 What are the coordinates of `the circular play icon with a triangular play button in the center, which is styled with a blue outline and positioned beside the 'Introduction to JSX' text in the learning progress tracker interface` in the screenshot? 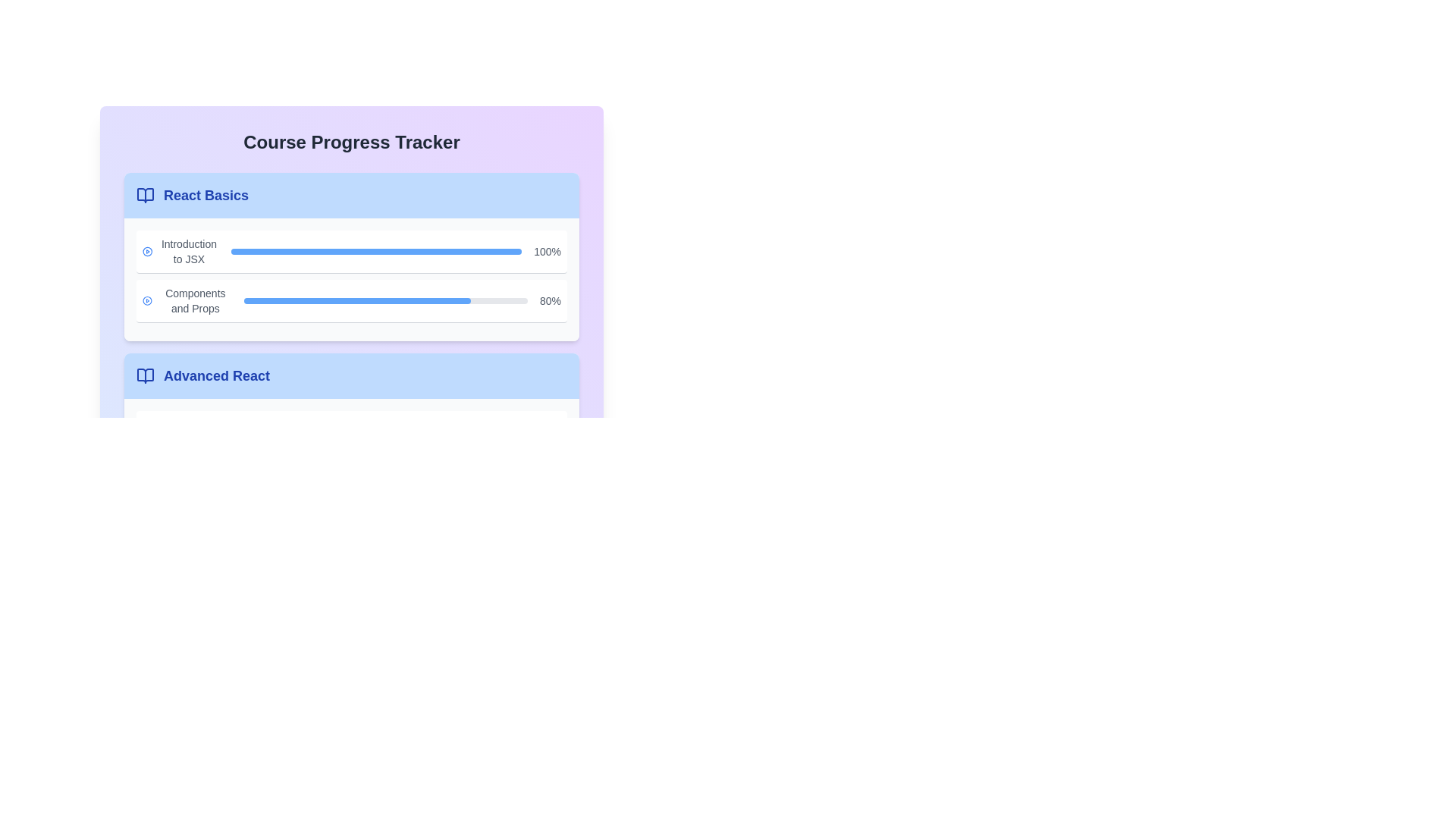 It's located at (147, 250).